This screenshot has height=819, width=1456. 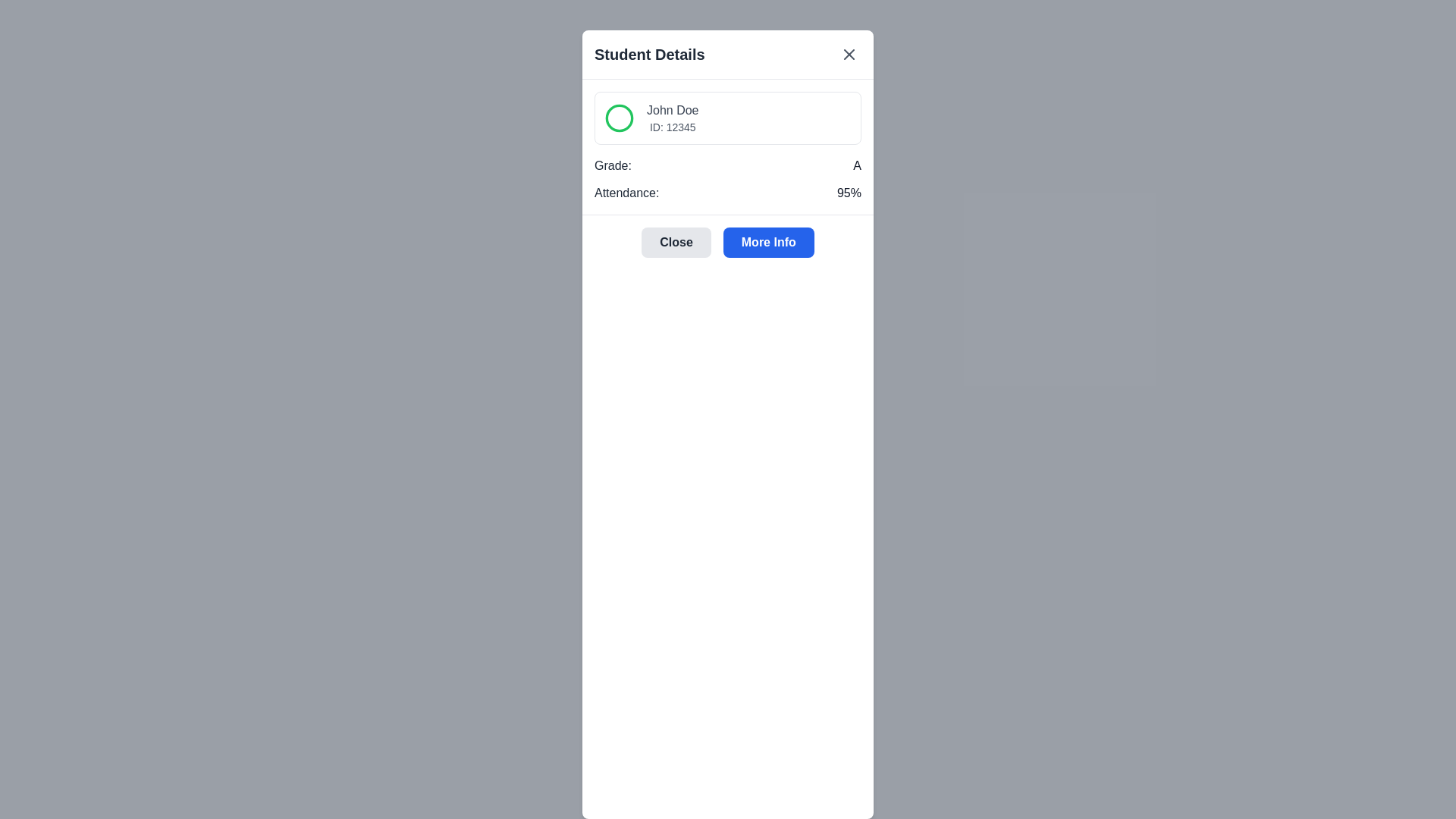 What do you see at coordinates (613, 166) in the screenshot?
I see `the non-interactive Text Label located in the 'Student Details' section, which identifies the meaning of the adjacent grade value` at bounding box center [613, 166].